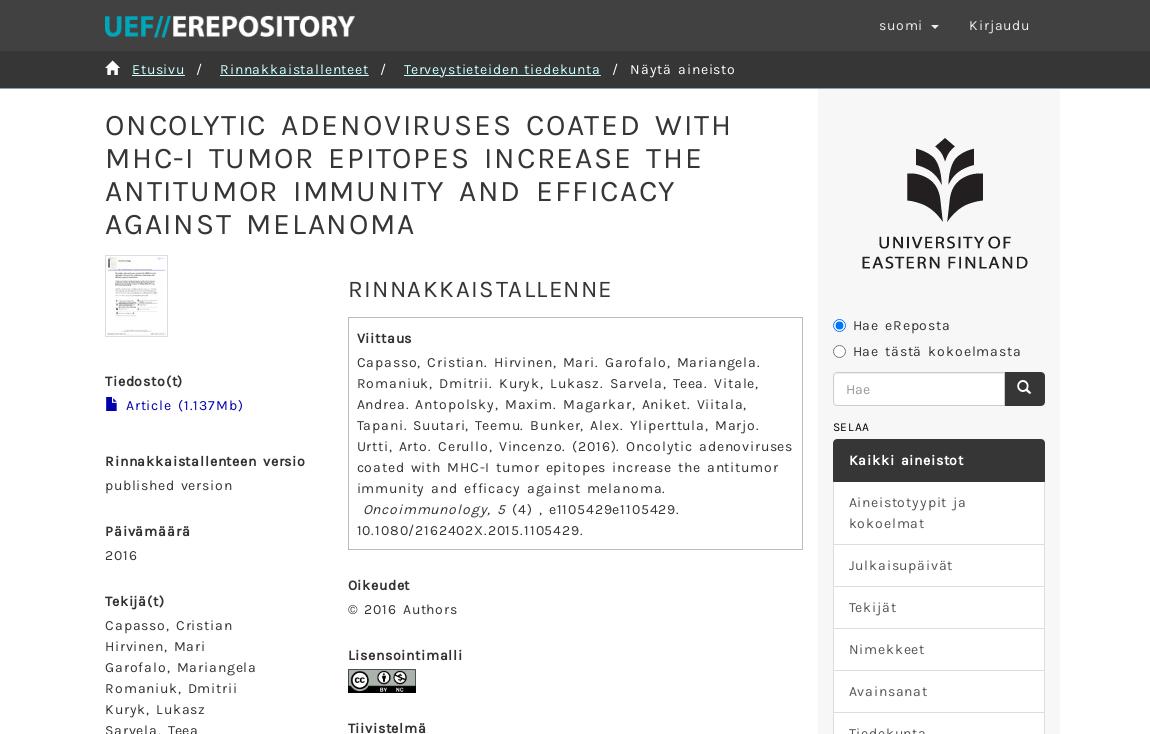  What do you see at coordinates (617, 446) in the screenshot?
I see `').'` at bounding box center [617, 446].